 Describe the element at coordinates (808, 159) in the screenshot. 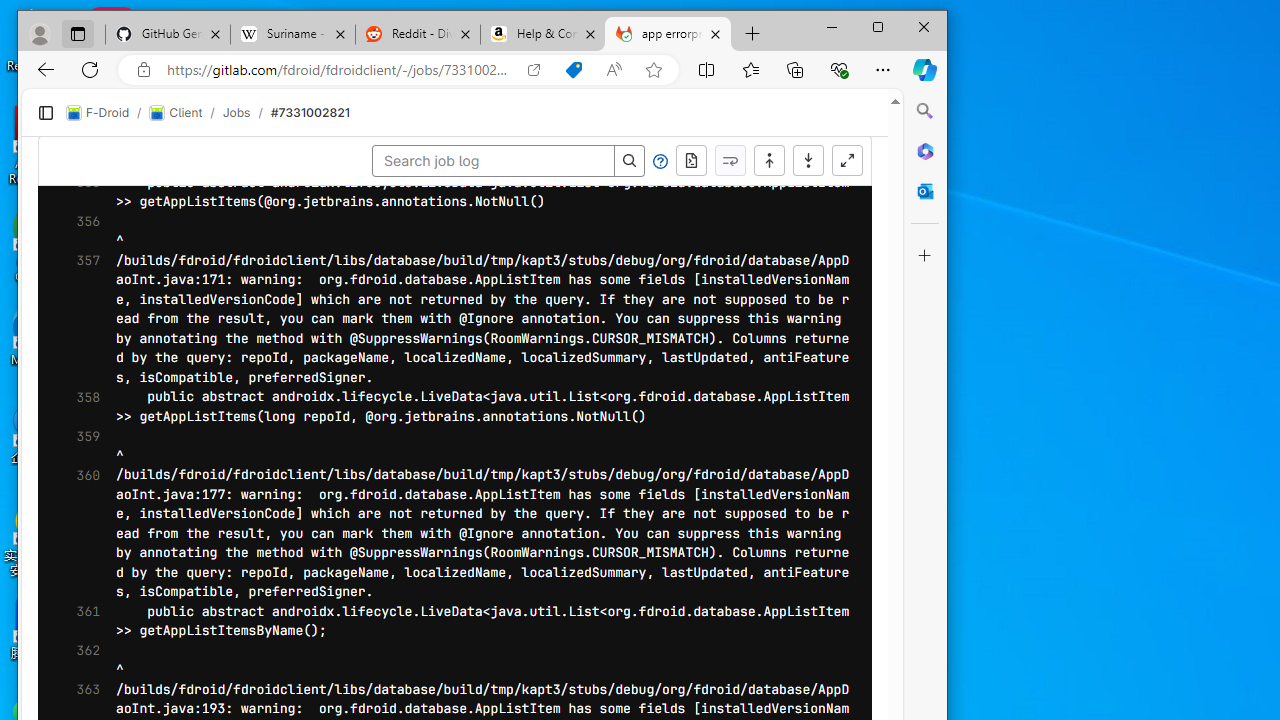

I see `'Scroll to bottom'` at that location.